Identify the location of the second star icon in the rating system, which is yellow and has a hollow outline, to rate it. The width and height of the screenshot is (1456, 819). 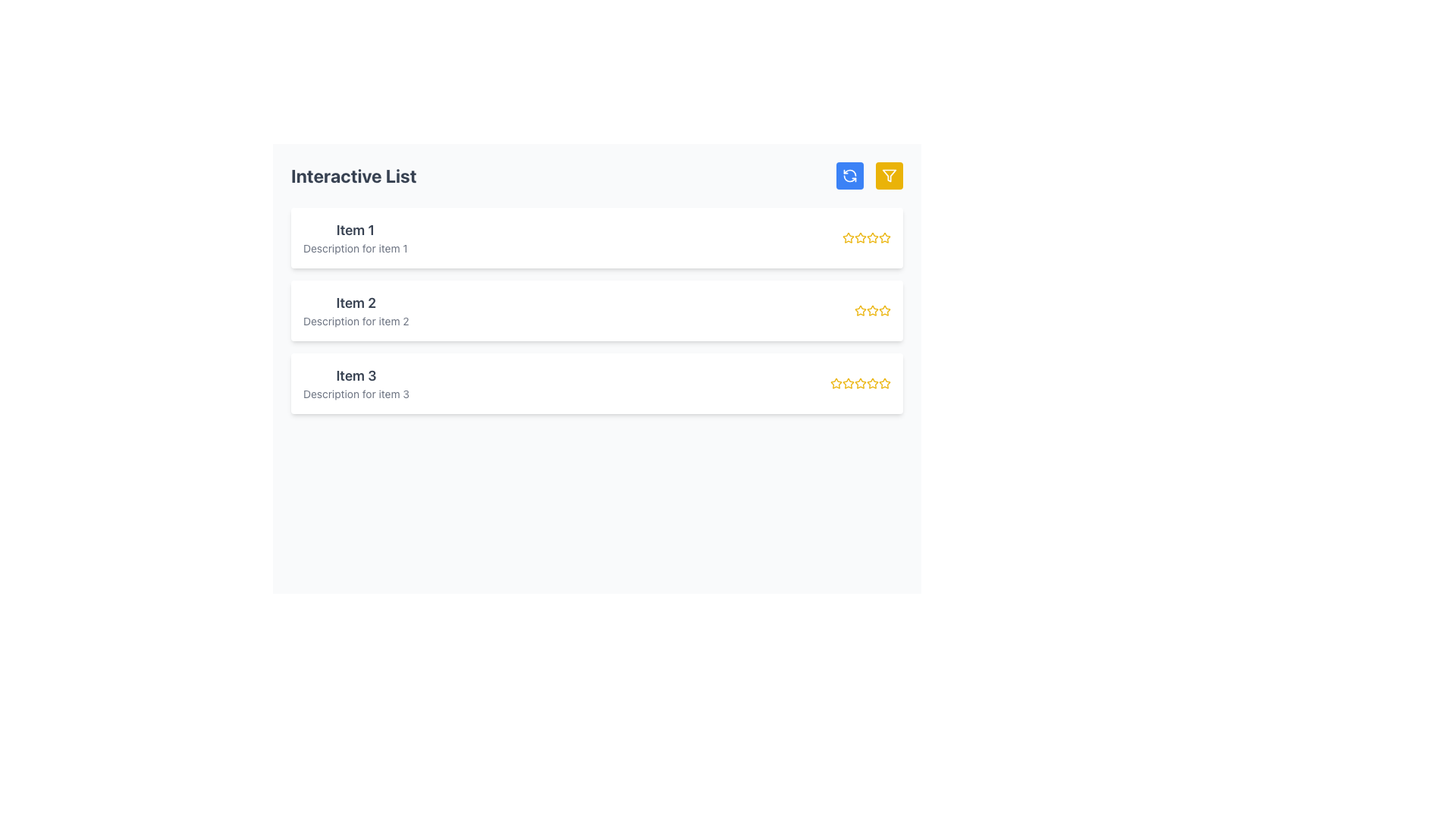
(860, 237).